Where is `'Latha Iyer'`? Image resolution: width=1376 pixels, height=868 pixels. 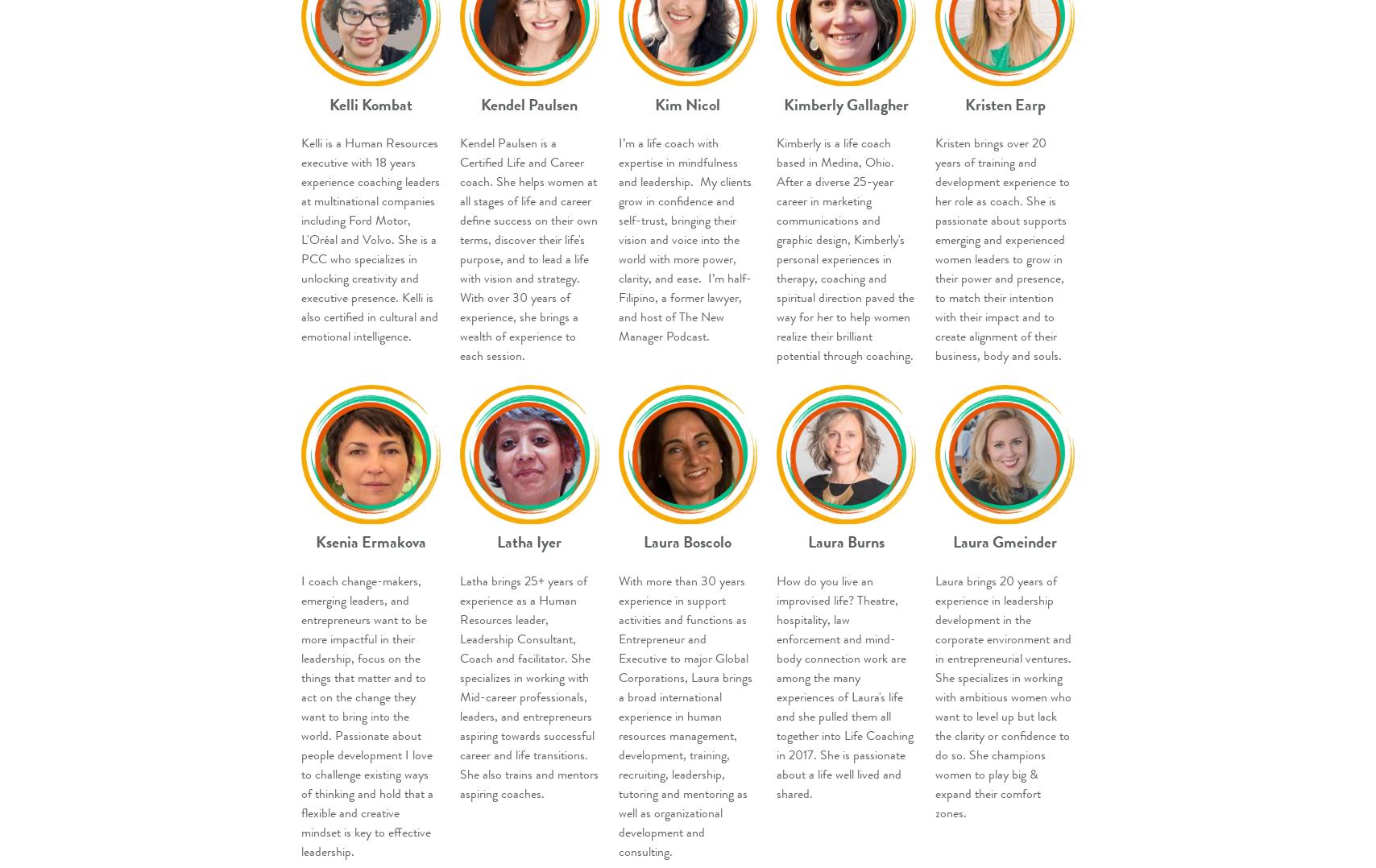
'Latha Iyer' is located at coordinates (529, 542).